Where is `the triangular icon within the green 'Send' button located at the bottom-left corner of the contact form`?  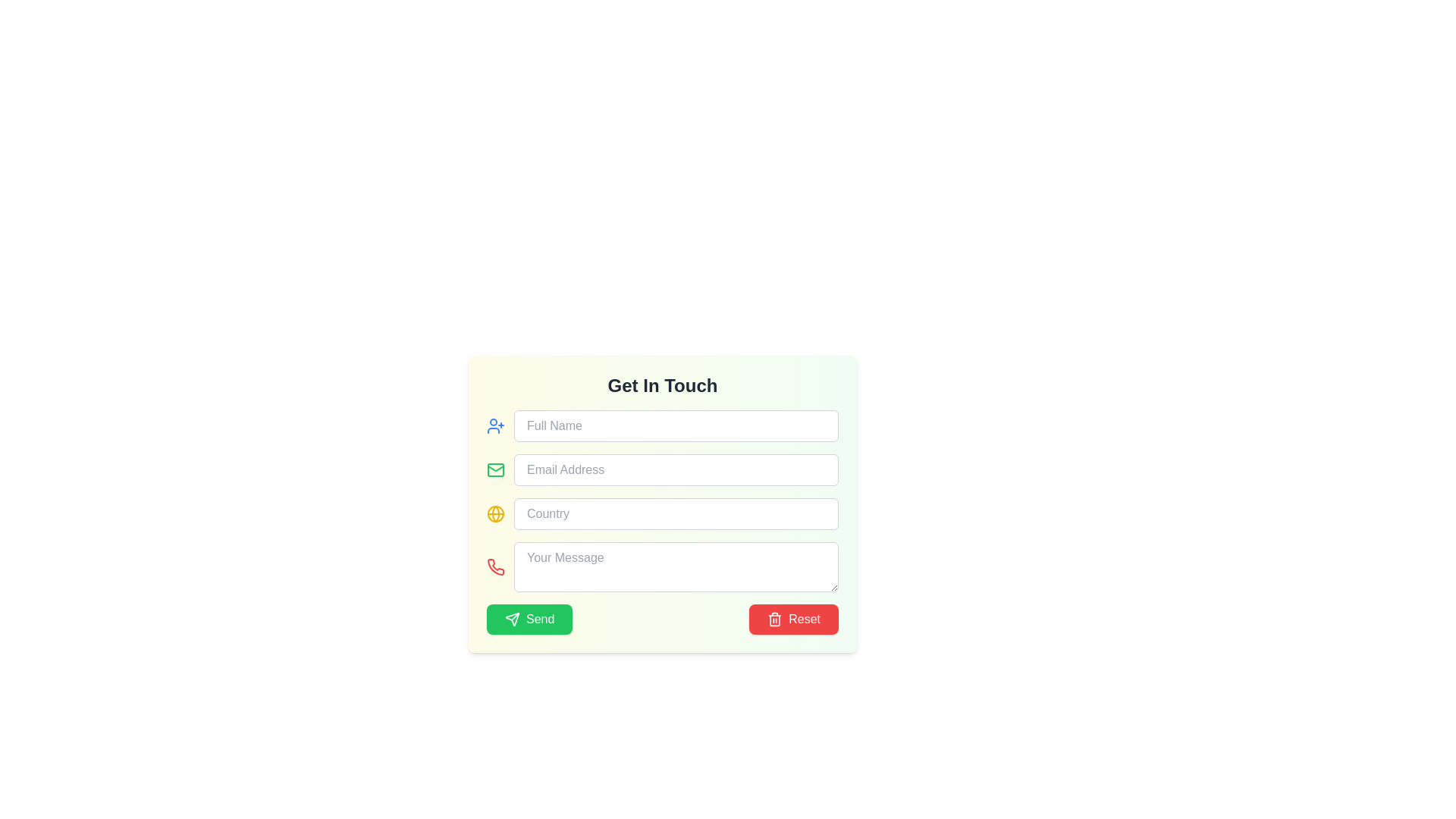
the triangular icon within the green 'Send' button located at the bottom-left corner of the contact form is located at coordinates (513, 620).